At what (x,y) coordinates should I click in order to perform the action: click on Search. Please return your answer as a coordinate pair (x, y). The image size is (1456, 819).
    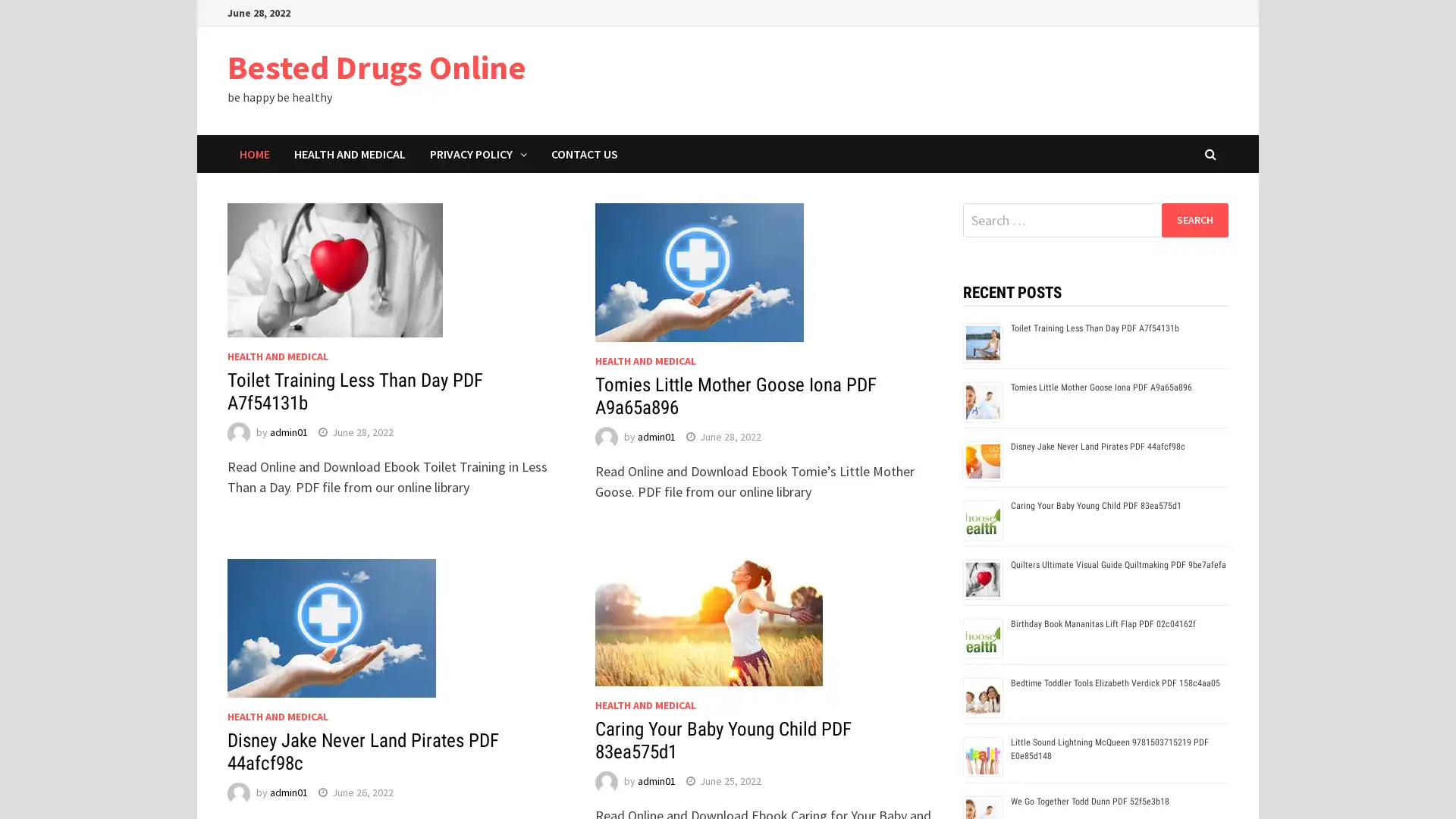
    Looking at the image, I should click on (1194, 219).